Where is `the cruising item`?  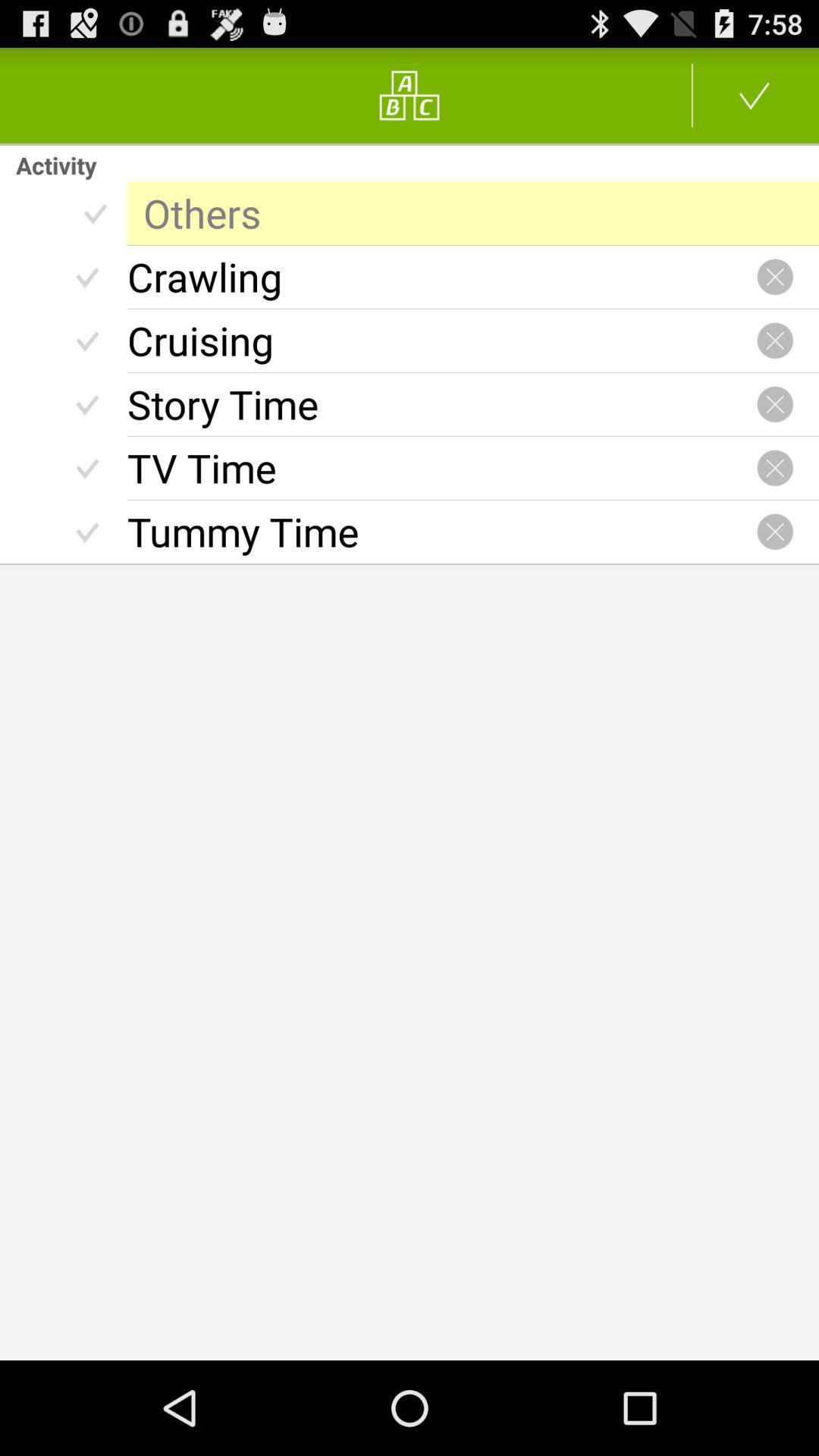
the cruising item is located at coordinates (441, 340).